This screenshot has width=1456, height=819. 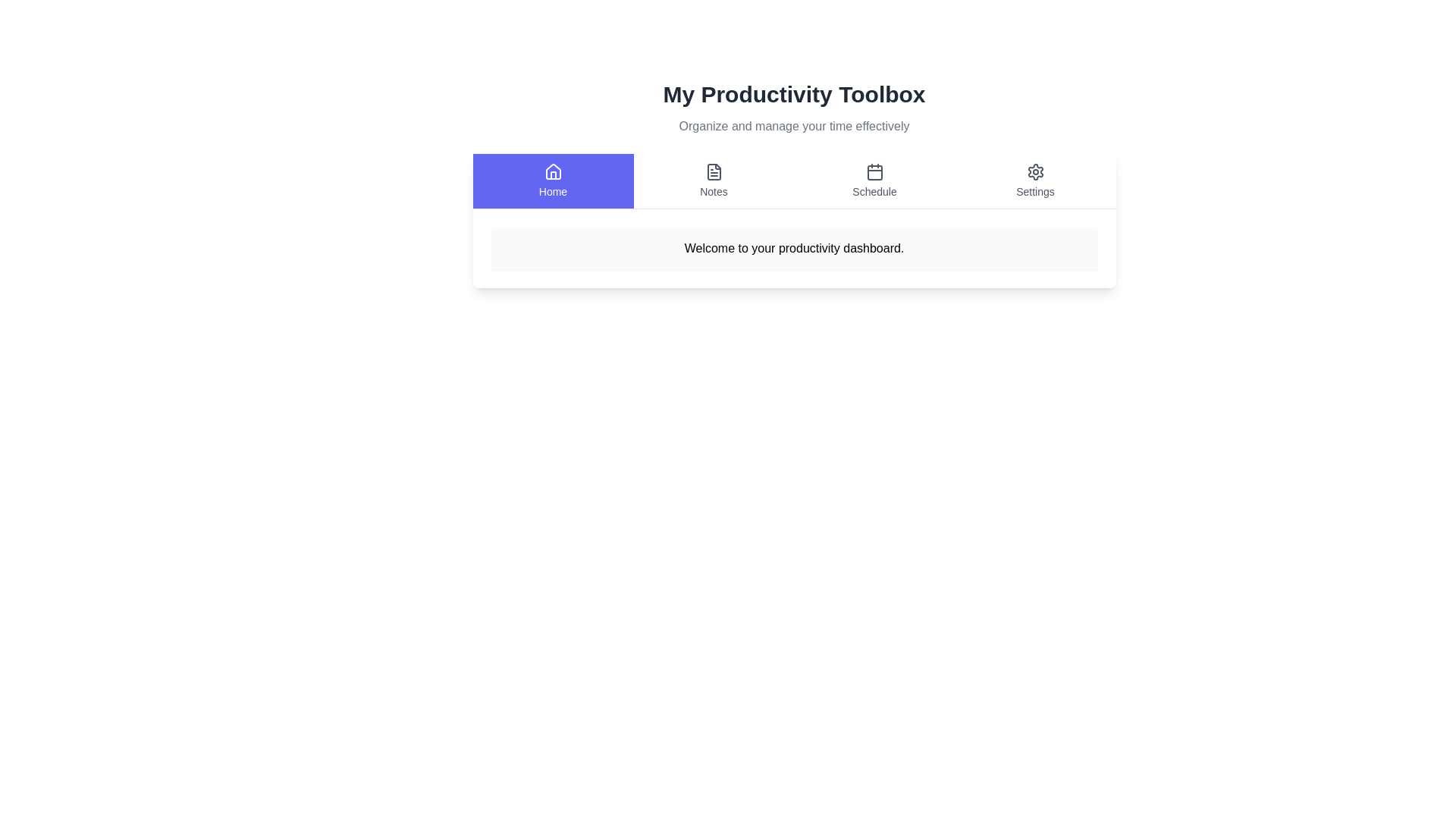 I want to click on the welcoming message static text label located below the header menu and above the main content area of the dashboard interface, so click(x=793, y=247).